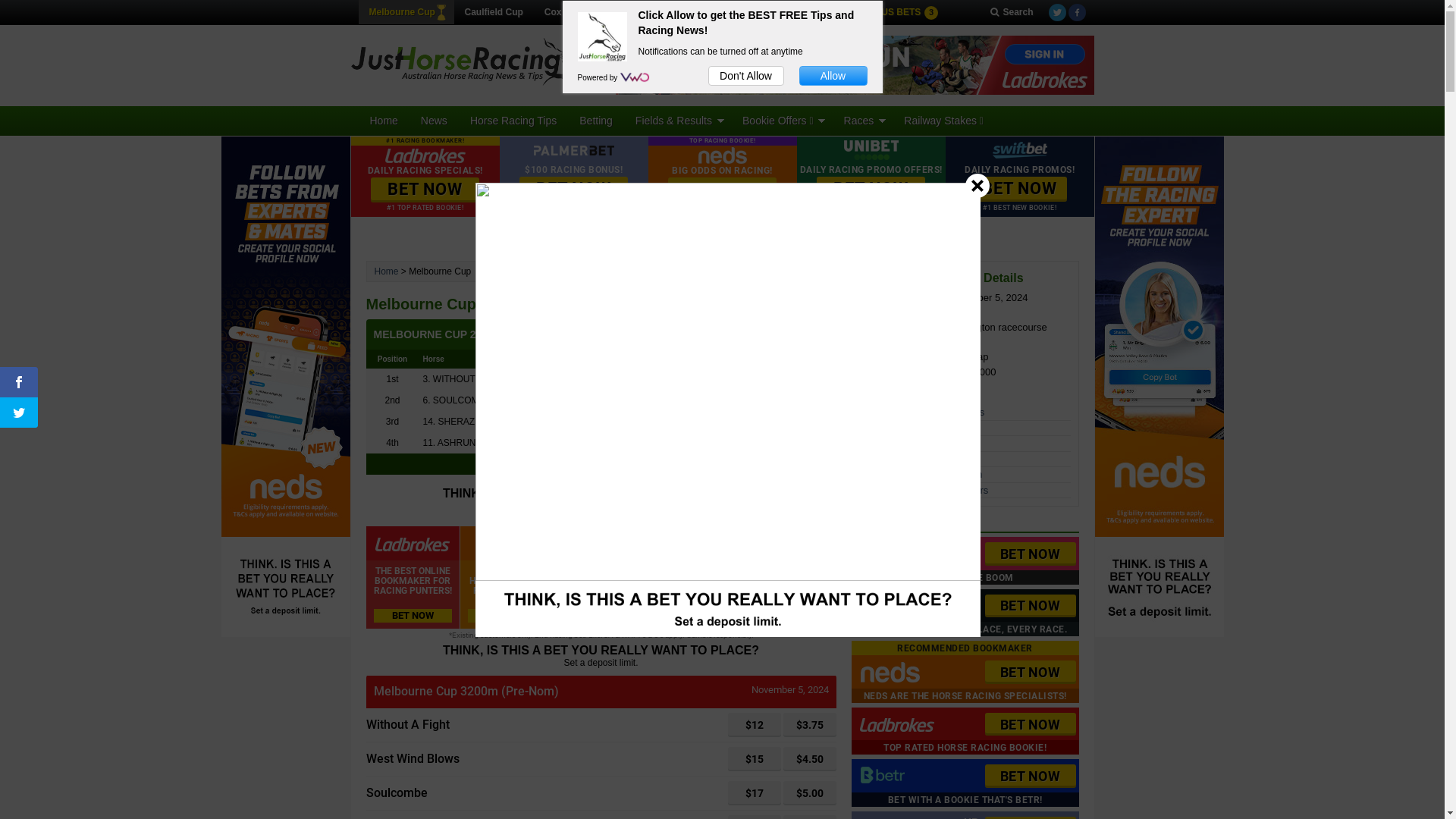 The image size is (1456, 819). Describe the element at coordinates (457, 119) in the screenshot. I see `'Horse Racing Tips'` at that location.